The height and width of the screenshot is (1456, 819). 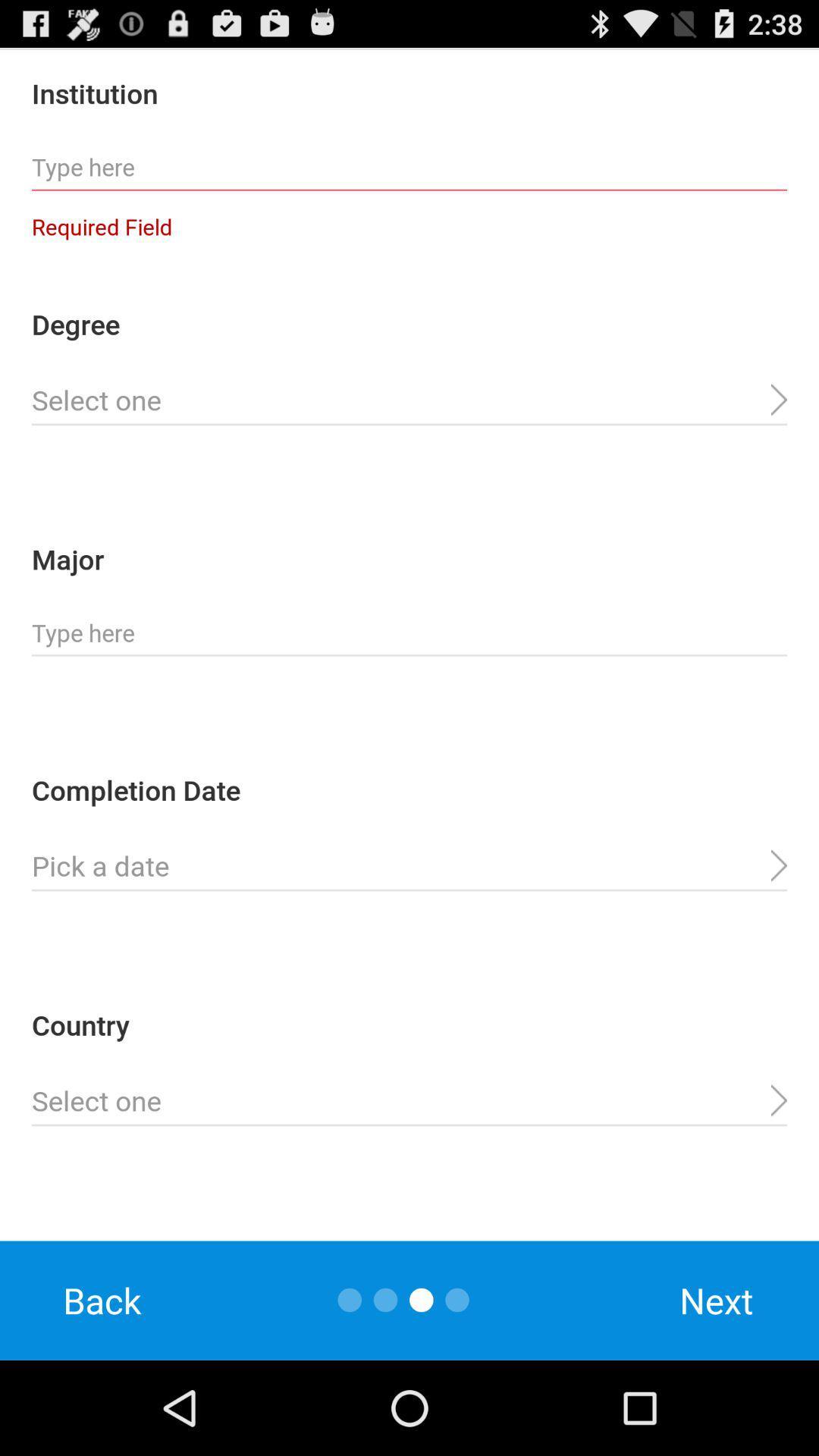 What do you see at coordinates (409, 866) in the screenshot?
I see `completion date` at bounding box center [409, 866].